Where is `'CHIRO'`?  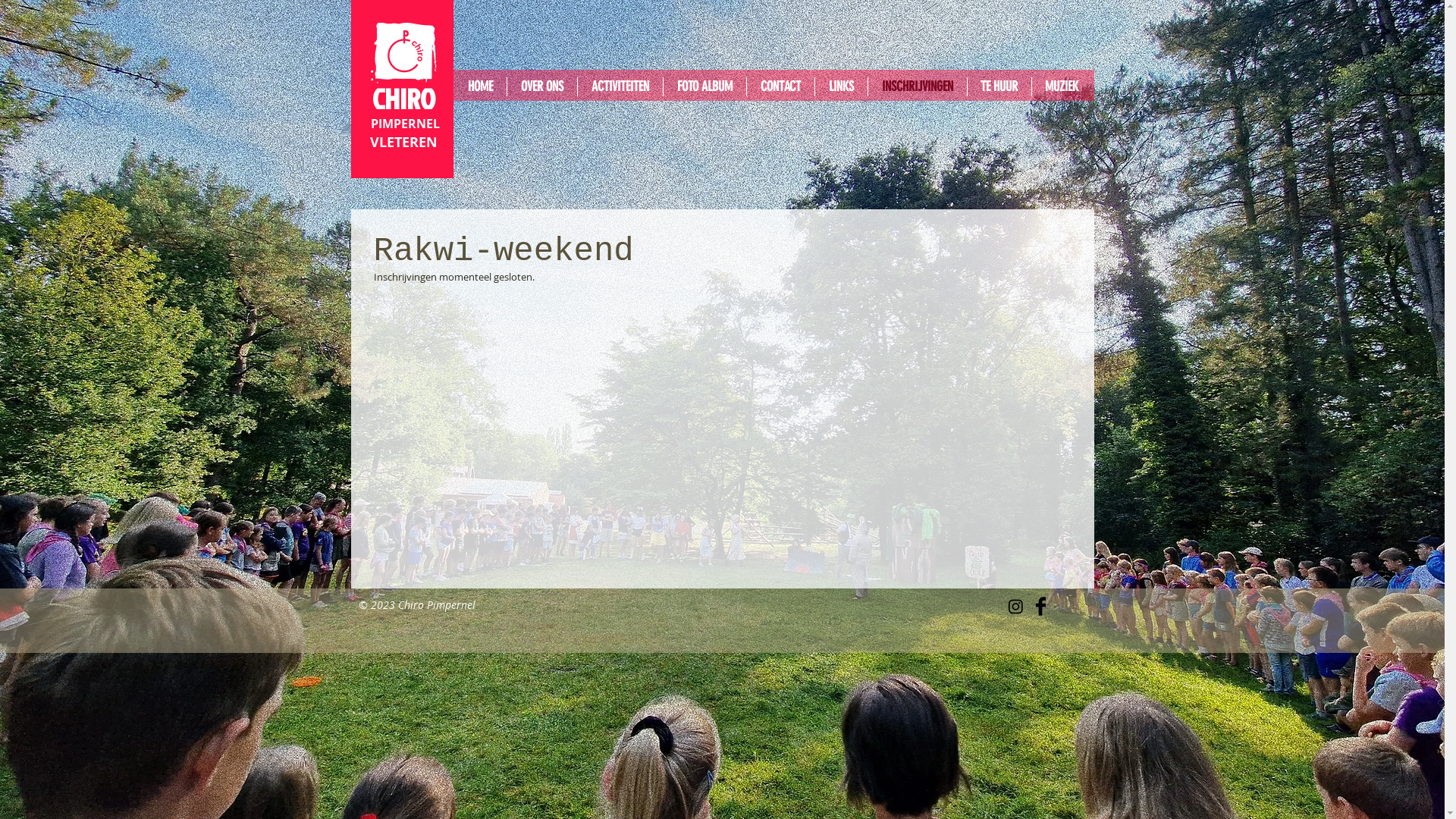 'CHIRO' is located at coordinates (403, 99).